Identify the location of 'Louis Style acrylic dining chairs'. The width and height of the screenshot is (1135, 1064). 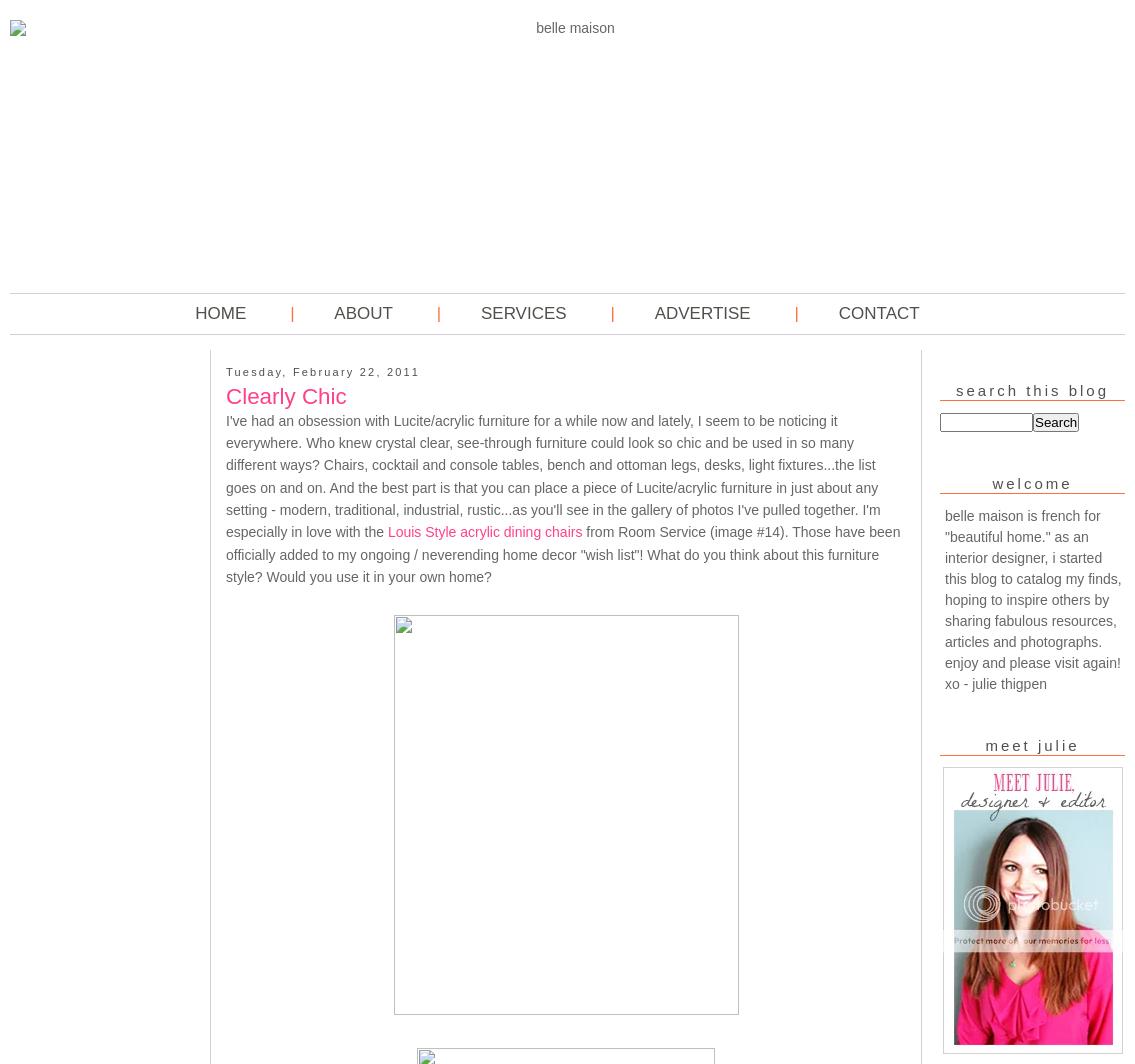
(483, 532).